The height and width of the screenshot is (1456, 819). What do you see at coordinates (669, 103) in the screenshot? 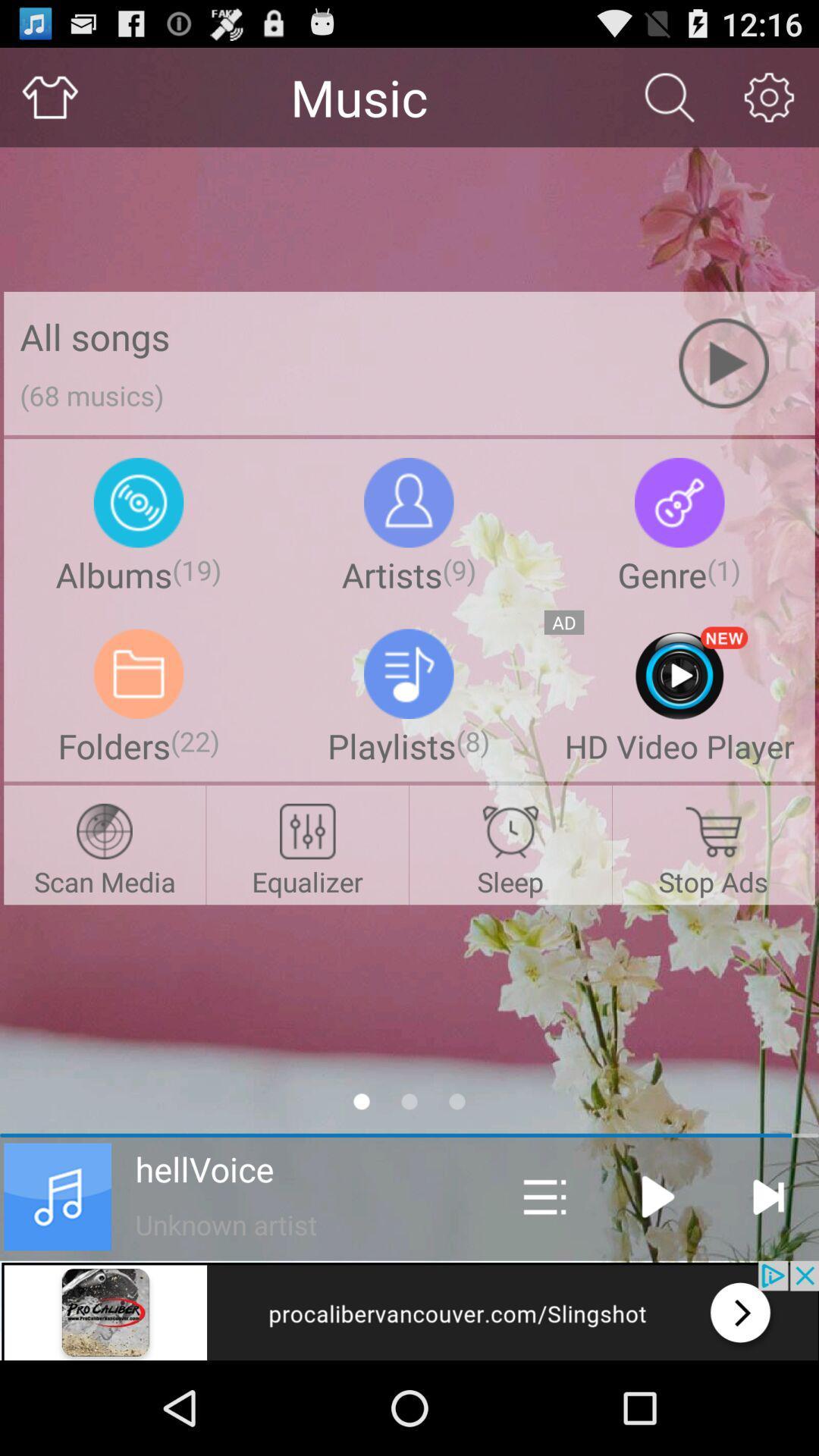
I see `the search icon` at bounding box center [669, 103].